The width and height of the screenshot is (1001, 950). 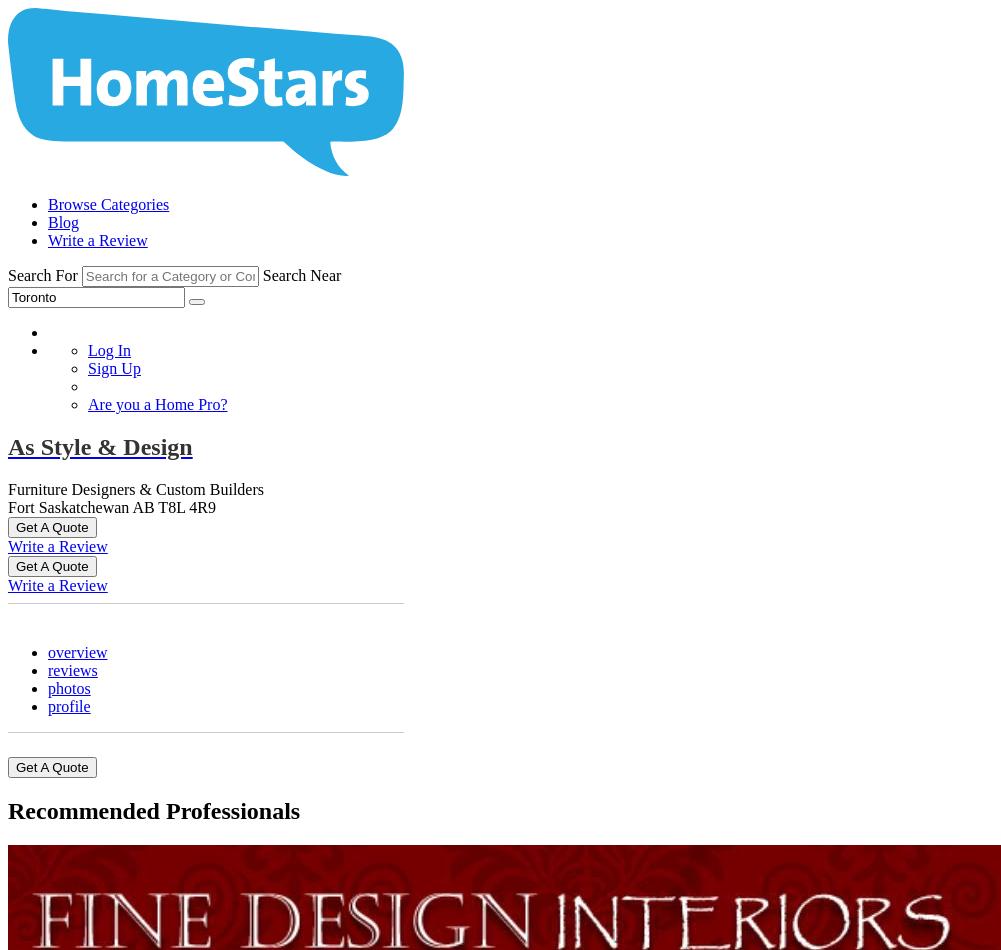 What do you see at coordinates (260, 273) in the screenshot?
I see `'Search Near'` at bounding box center [260, 273].